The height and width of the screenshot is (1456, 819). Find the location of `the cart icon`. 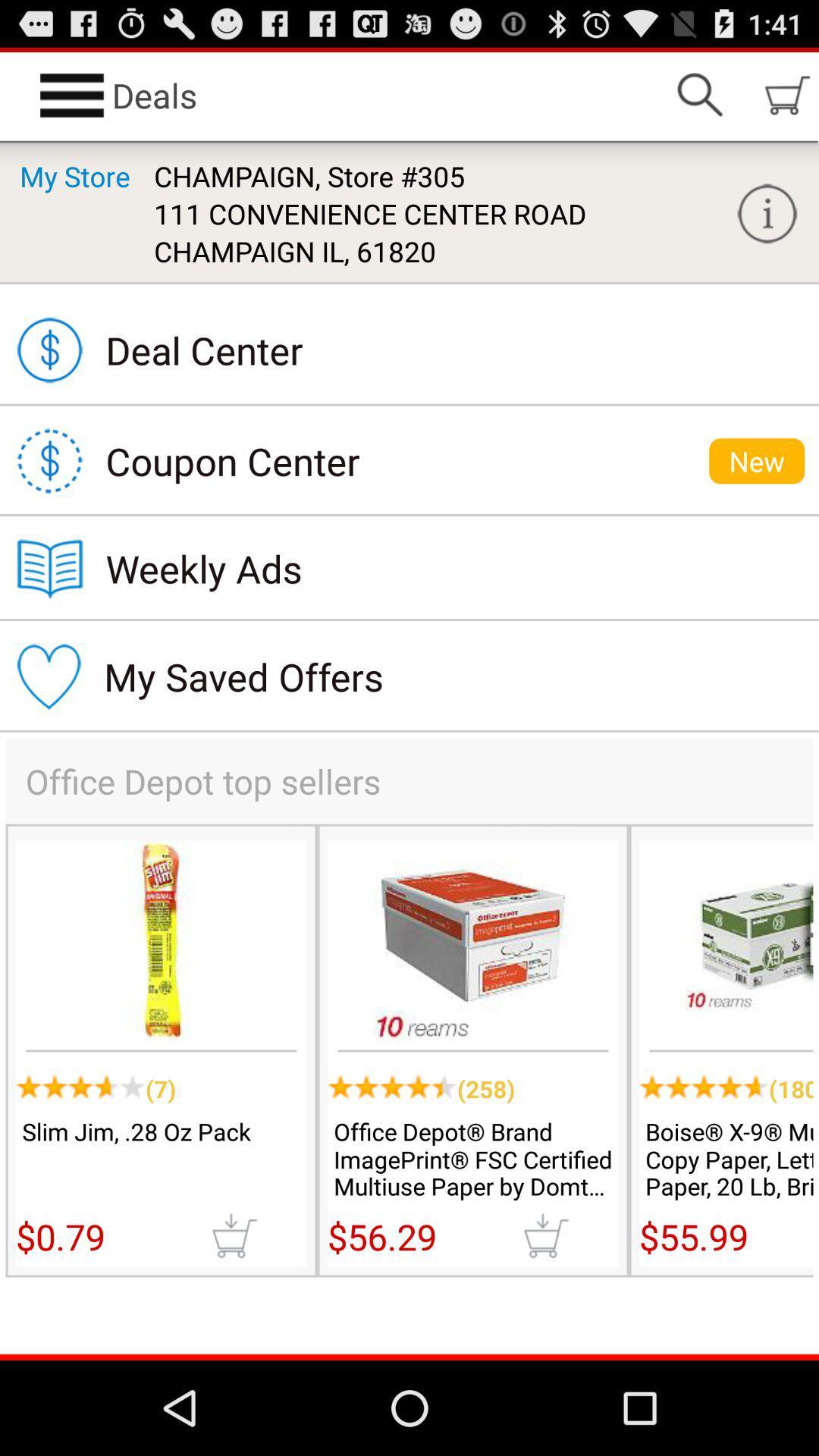

the cart icon is located at coordinates (546, 1321).